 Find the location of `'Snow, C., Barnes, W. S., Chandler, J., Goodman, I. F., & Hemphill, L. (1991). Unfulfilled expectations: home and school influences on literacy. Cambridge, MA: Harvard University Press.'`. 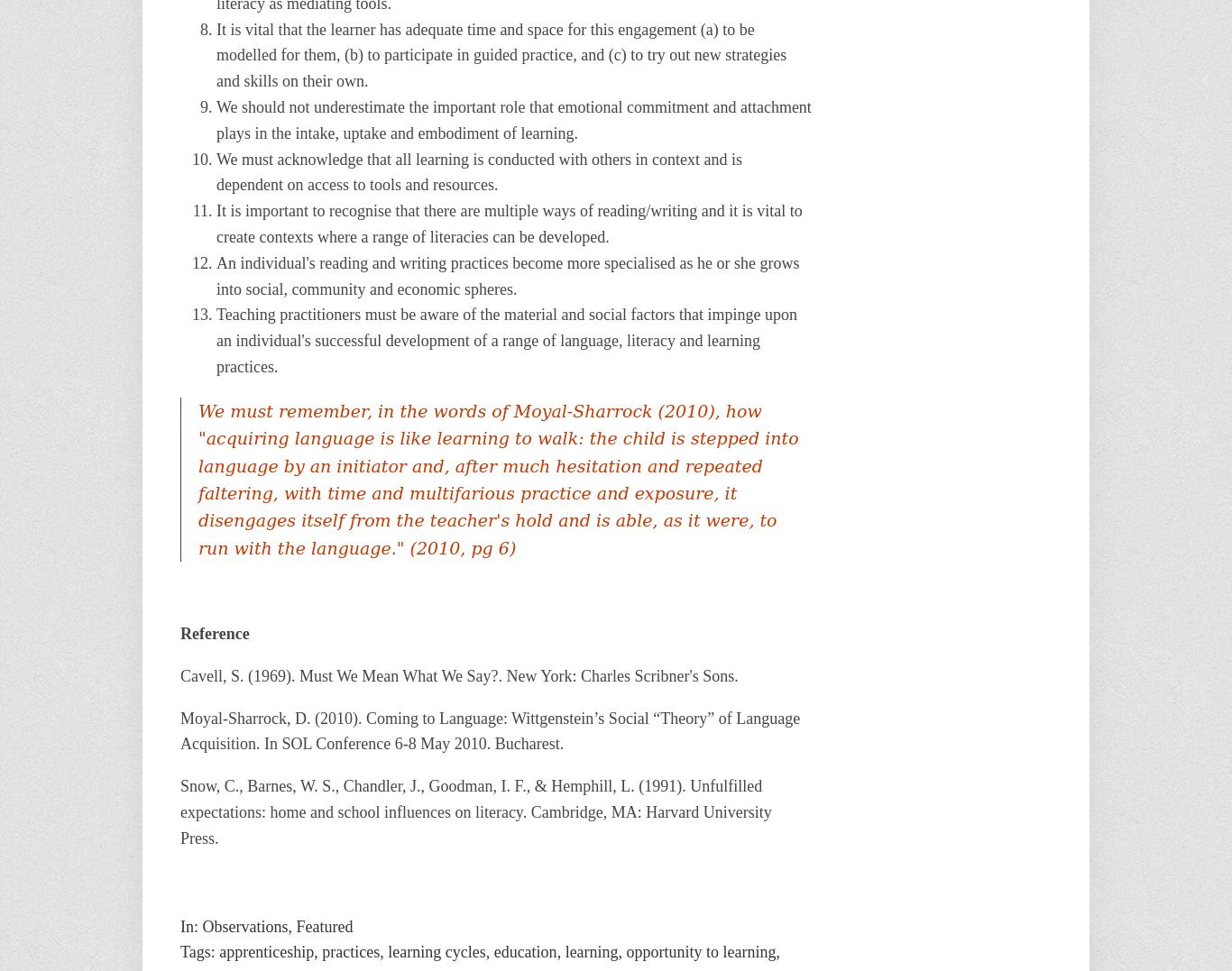

'Snow, C., Barnes, W. S., Chandler, J., Goodman, I. F., & Hemphill, L. (1991). Unfulfilled expectations: home and school influences on literacy. Cambridge, MA: Harvard University Press.' is located at coordinates (475, 811).